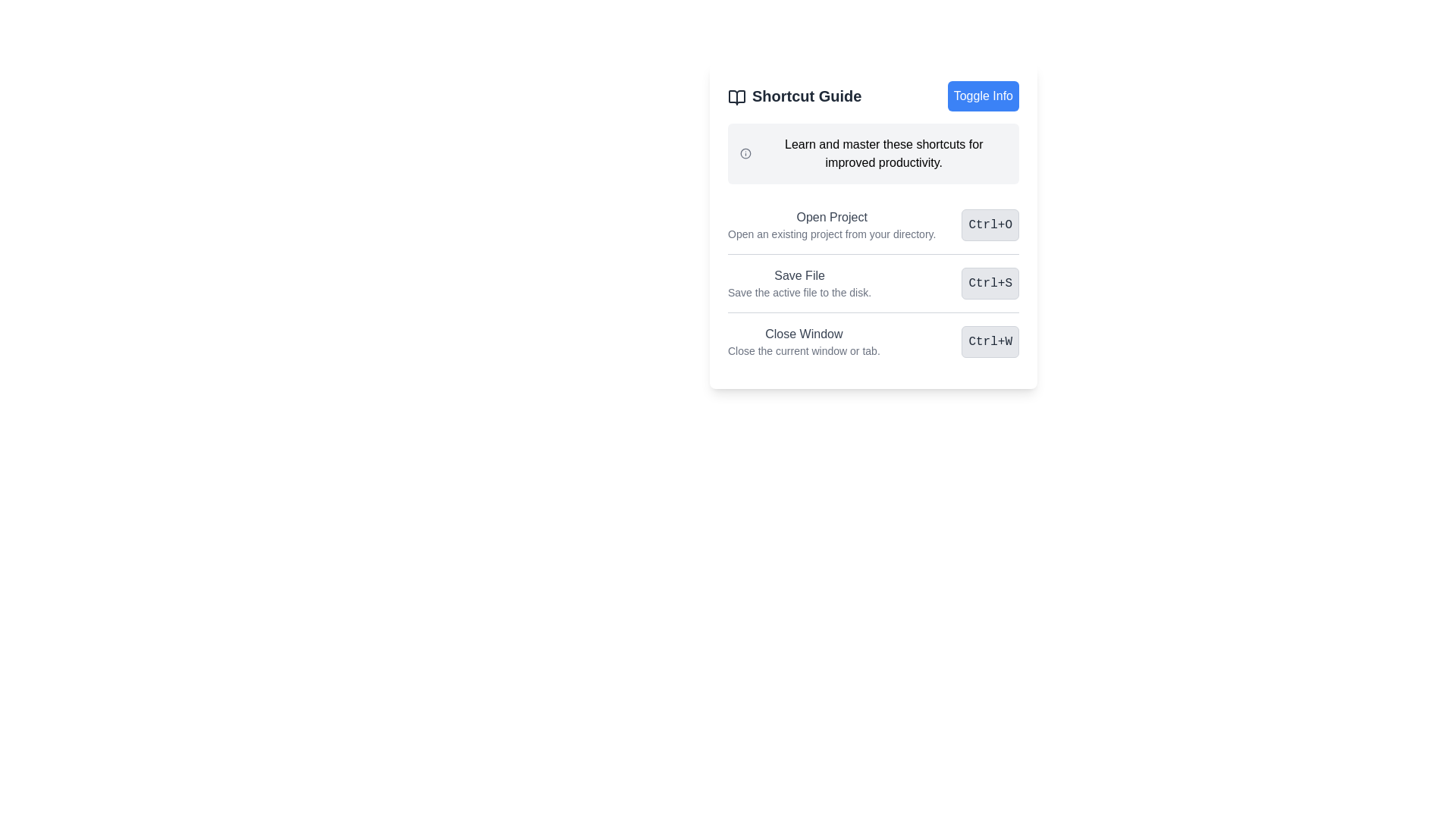  I want to click on the informational text element titled 'Close Window' located in the bottom section of the 'Shortcut Guide' sidebar interface, so click(803, 342).